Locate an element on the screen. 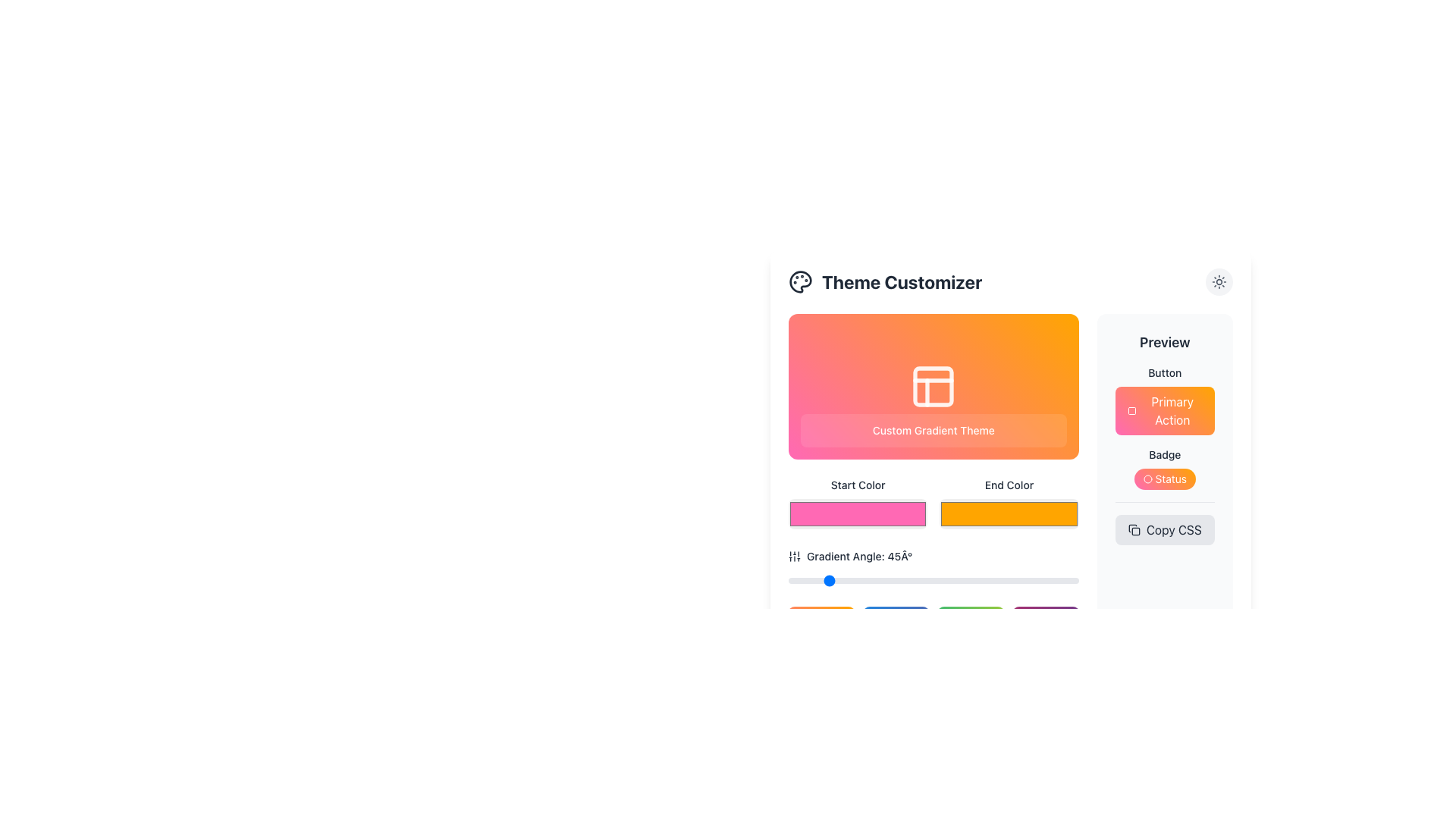 This screenshot has height=819, width=1456. the gradient angle slider is located at coordinates (1003, 580).